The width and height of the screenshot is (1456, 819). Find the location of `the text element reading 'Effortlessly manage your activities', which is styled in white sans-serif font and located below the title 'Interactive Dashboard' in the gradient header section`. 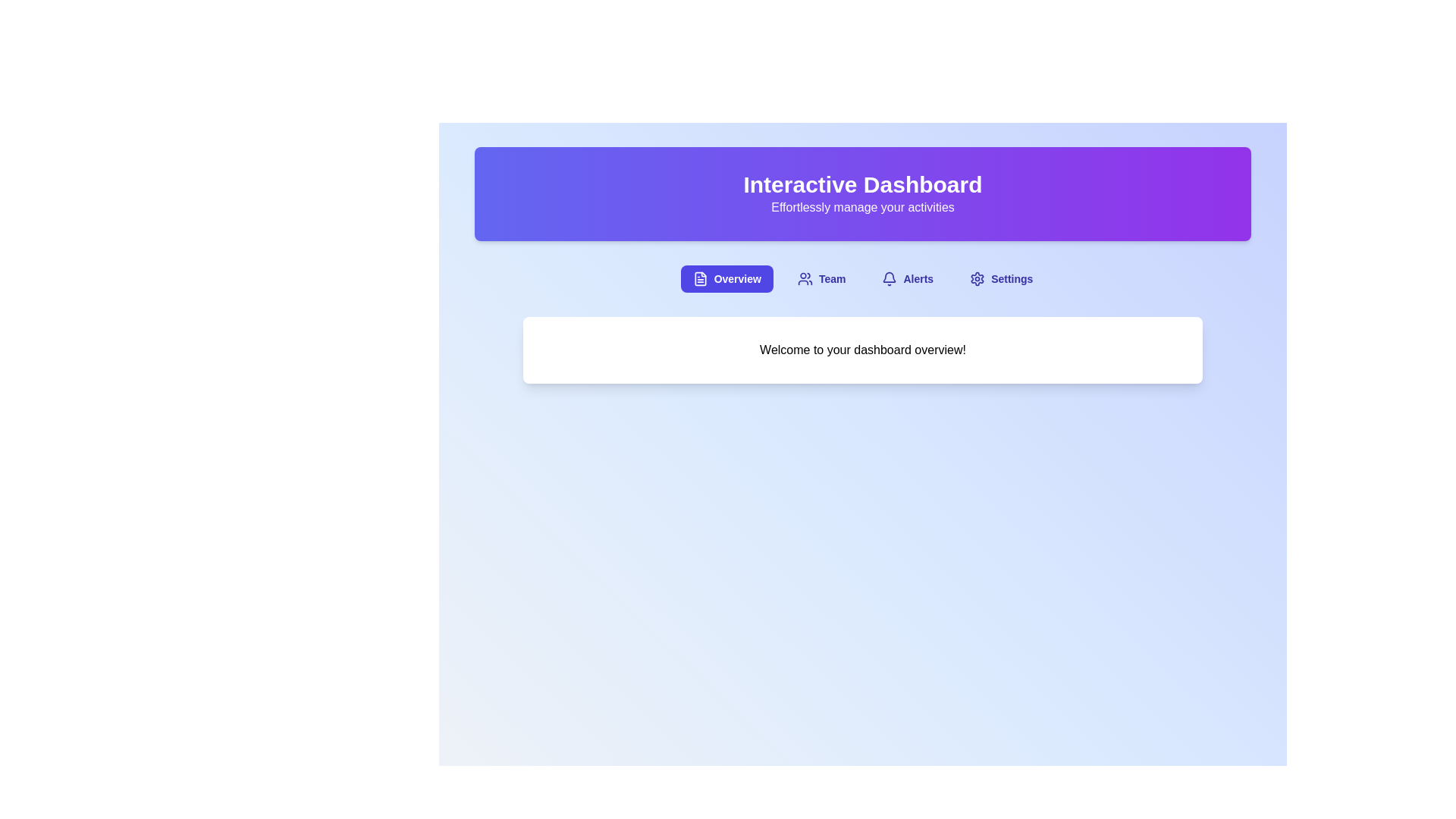

the text element reading 'Effortlessly manage your activities', which is styled in white sans-serif font and located below the title 'Interactive Dashboard' in the gradient header section is located at coordinates (862, 207).